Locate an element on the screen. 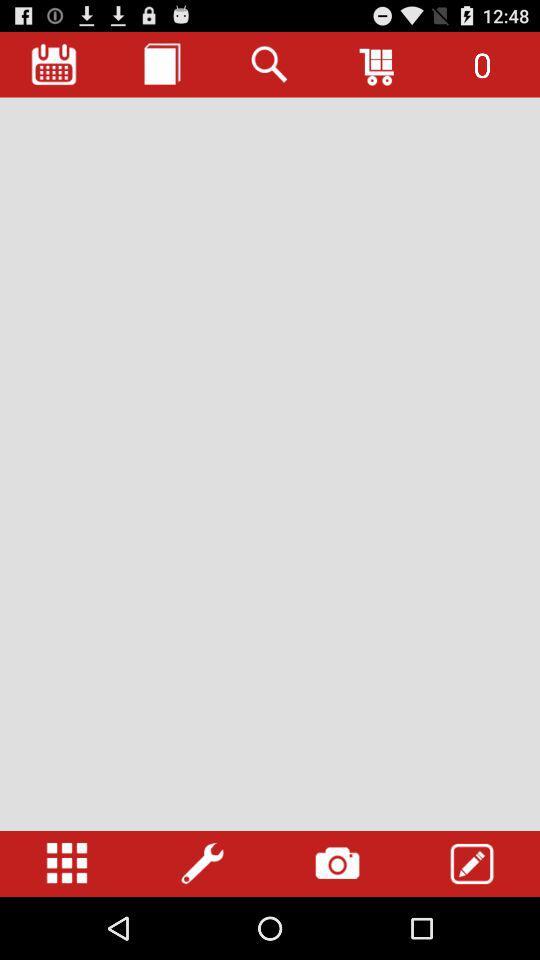  the camera tab is located at coordinates (337, 863).